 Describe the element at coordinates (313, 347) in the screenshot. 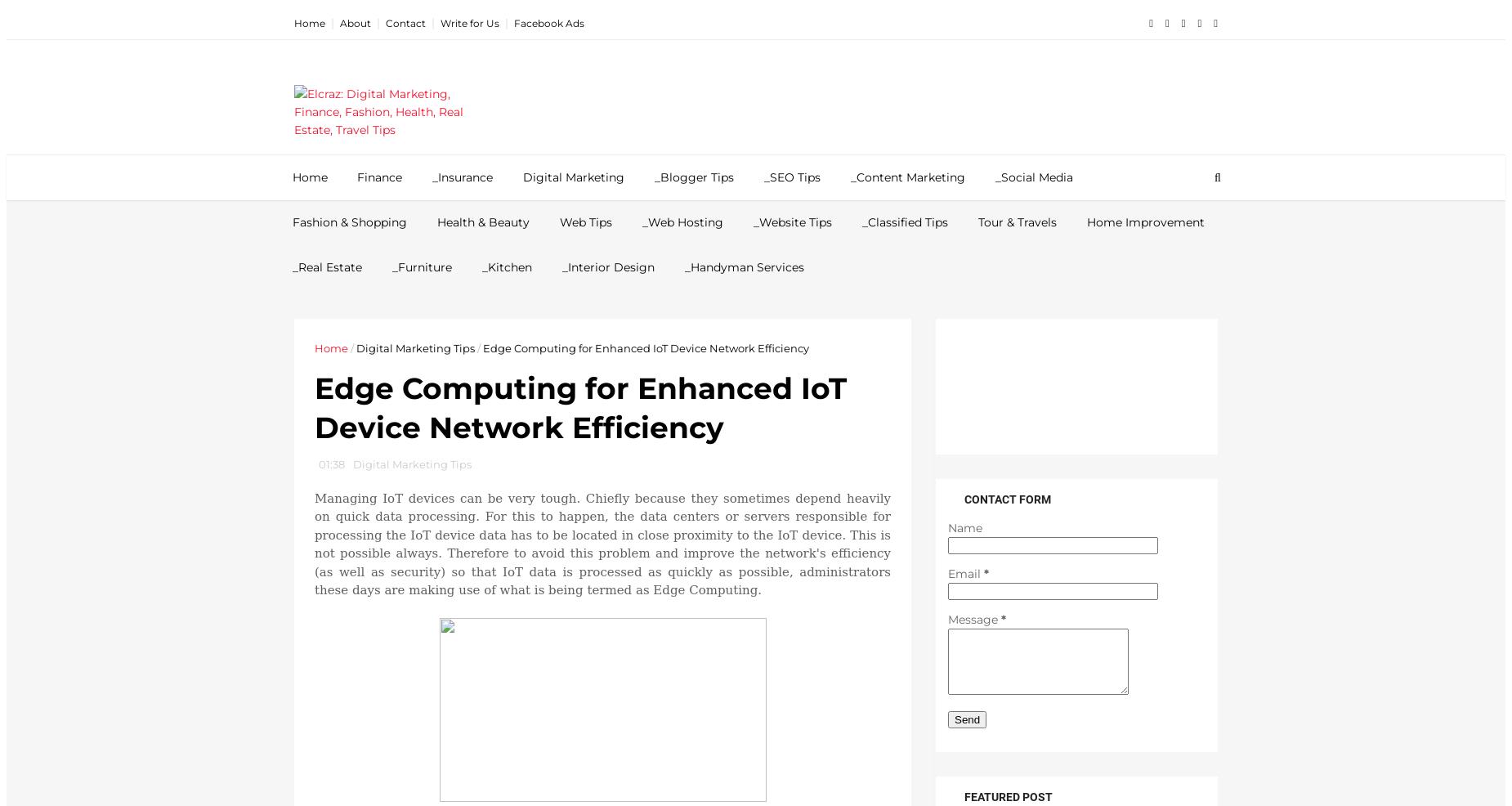

I see `'Home'` at that location.